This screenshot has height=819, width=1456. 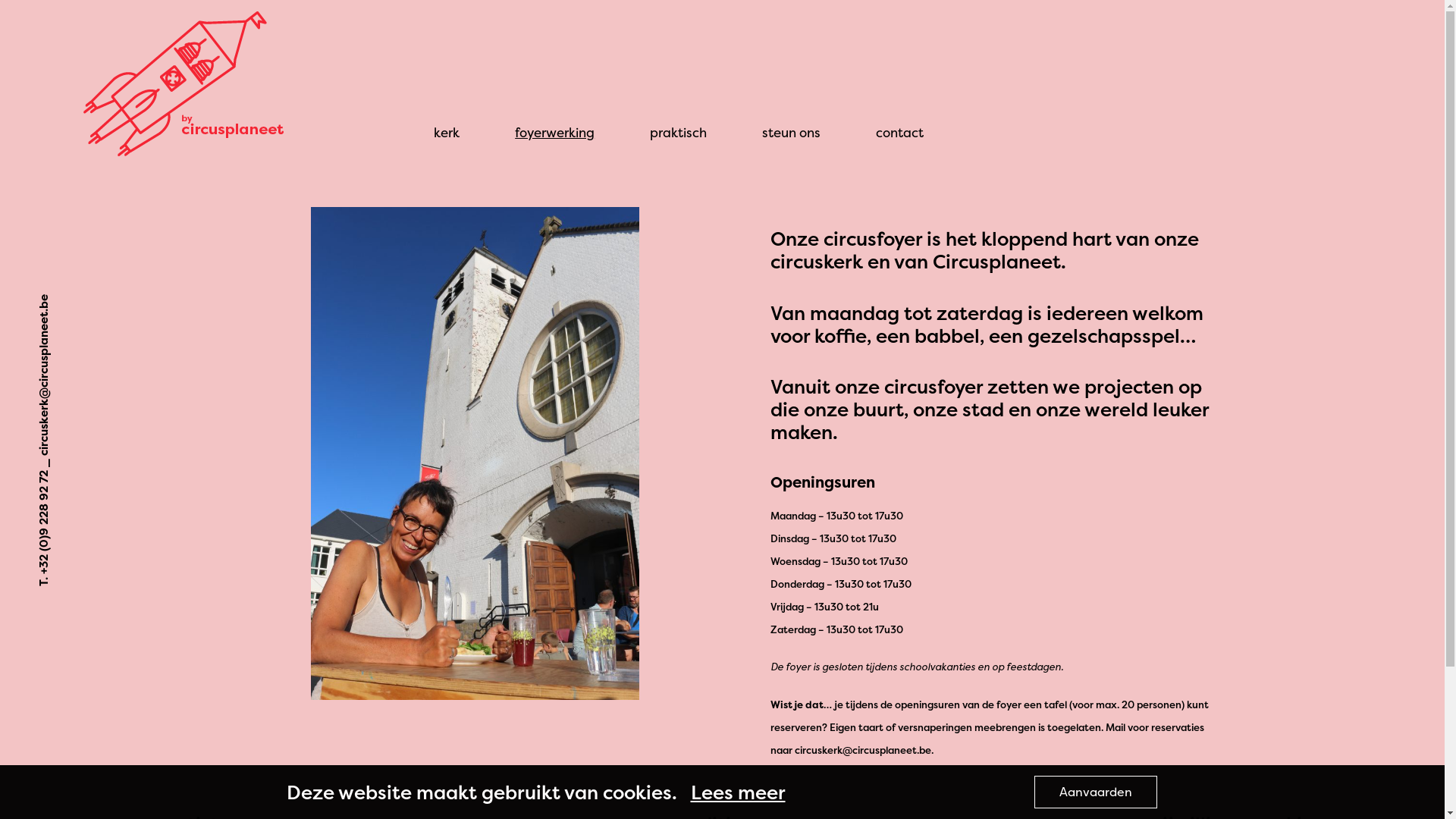 I want to click on 'foyerwerking', so click(x=554, y=131).